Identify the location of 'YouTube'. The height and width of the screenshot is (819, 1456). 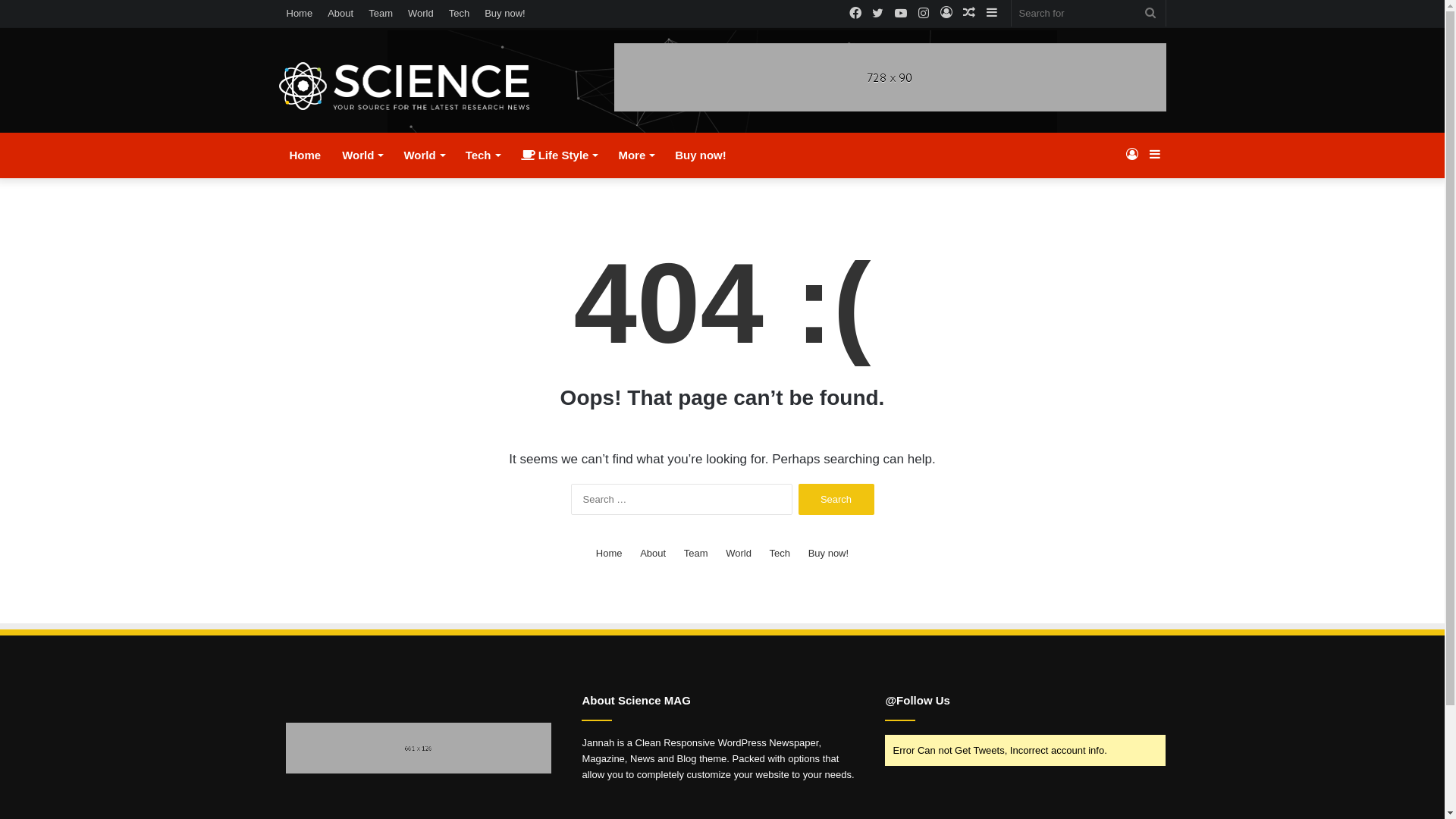
(901, 14).